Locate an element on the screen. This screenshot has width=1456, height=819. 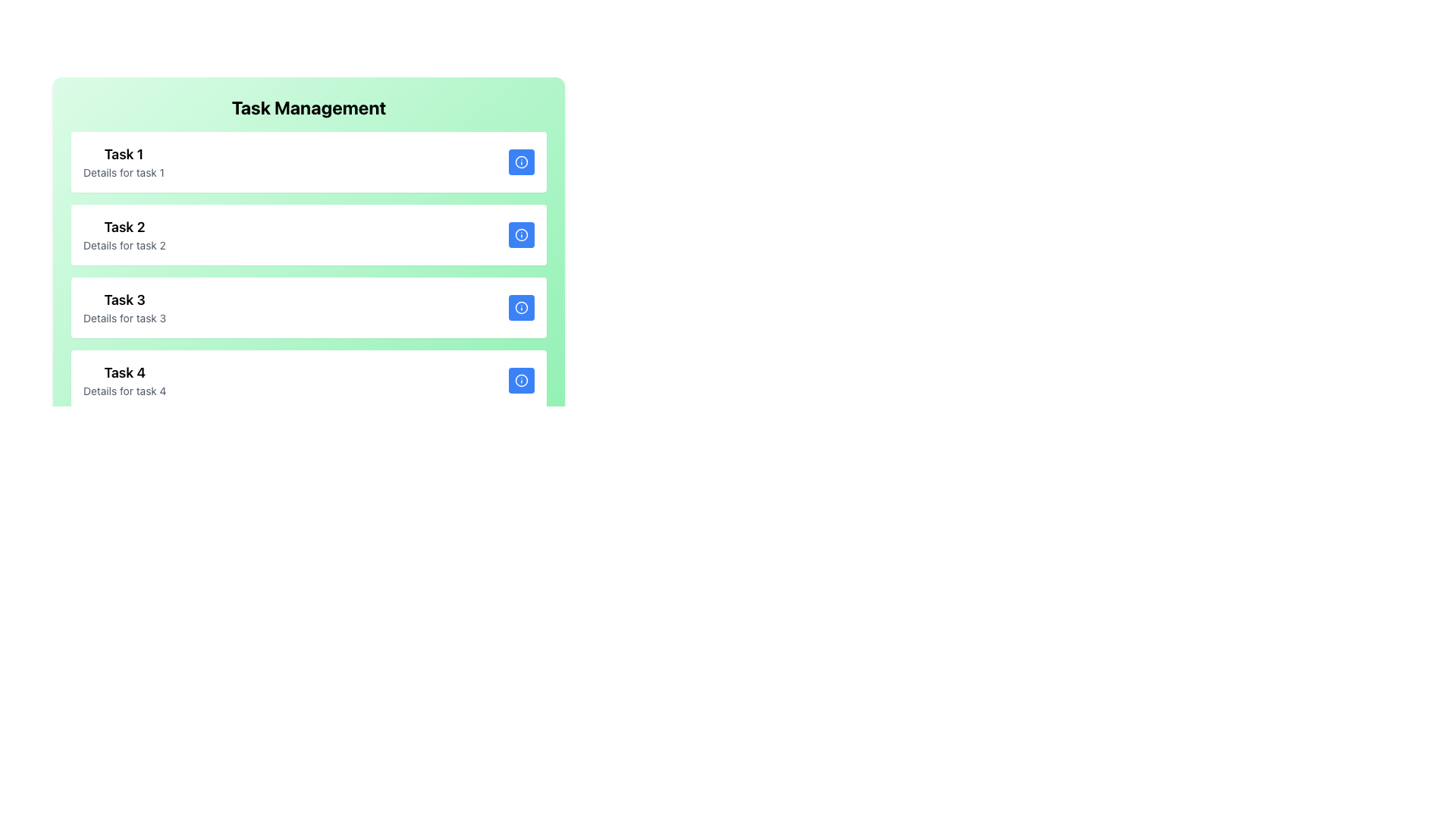
text label 'Task 4' which is bold and larger in font size, located at the top of the fourth task item in a vertically stacked task list interface is located at coordinates (124, 373).